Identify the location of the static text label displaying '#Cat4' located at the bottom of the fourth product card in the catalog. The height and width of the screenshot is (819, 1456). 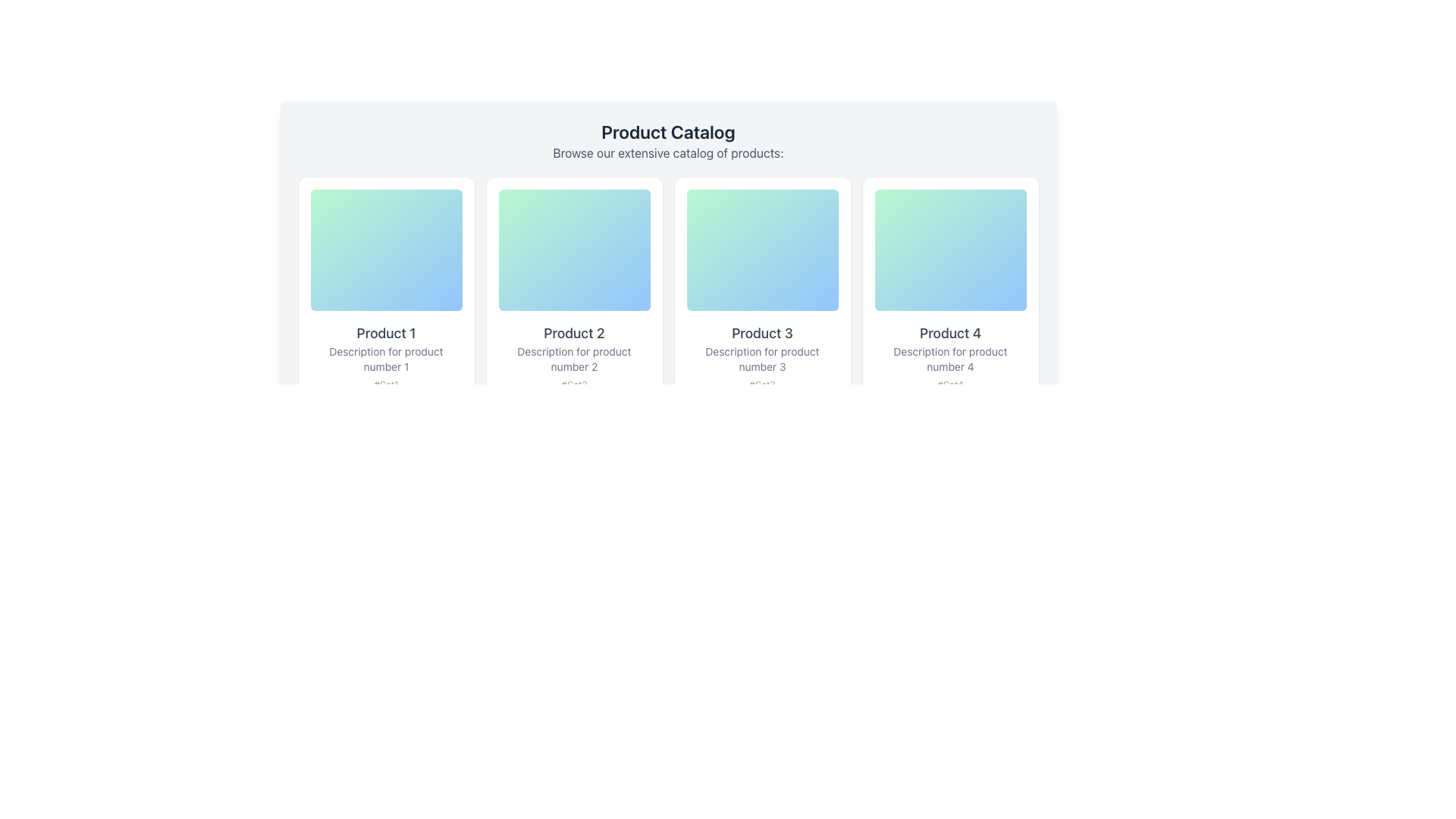
(949, 384).